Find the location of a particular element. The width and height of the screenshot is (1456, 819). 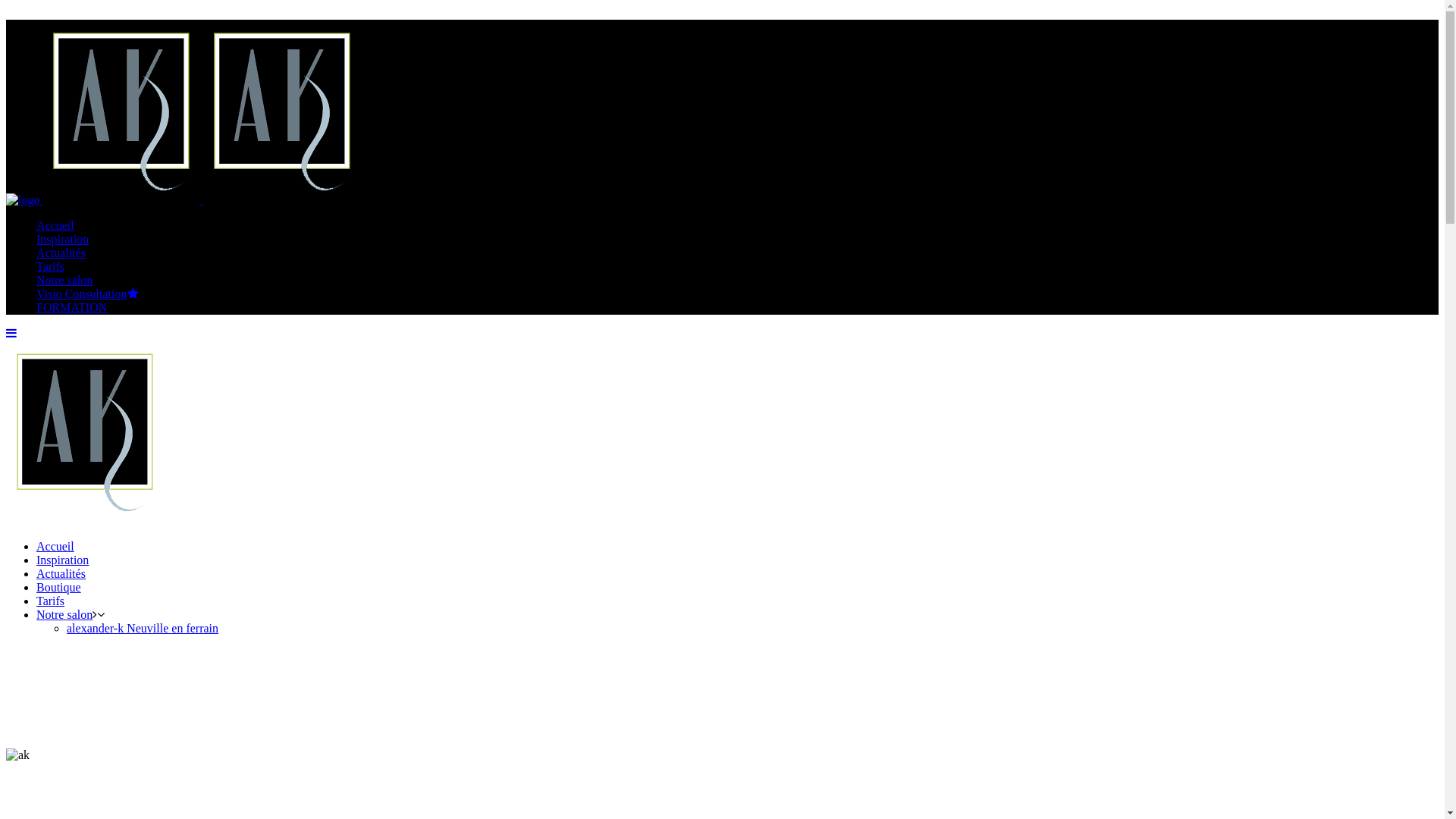

'FORMATION' is located at coordinates (71, 307).